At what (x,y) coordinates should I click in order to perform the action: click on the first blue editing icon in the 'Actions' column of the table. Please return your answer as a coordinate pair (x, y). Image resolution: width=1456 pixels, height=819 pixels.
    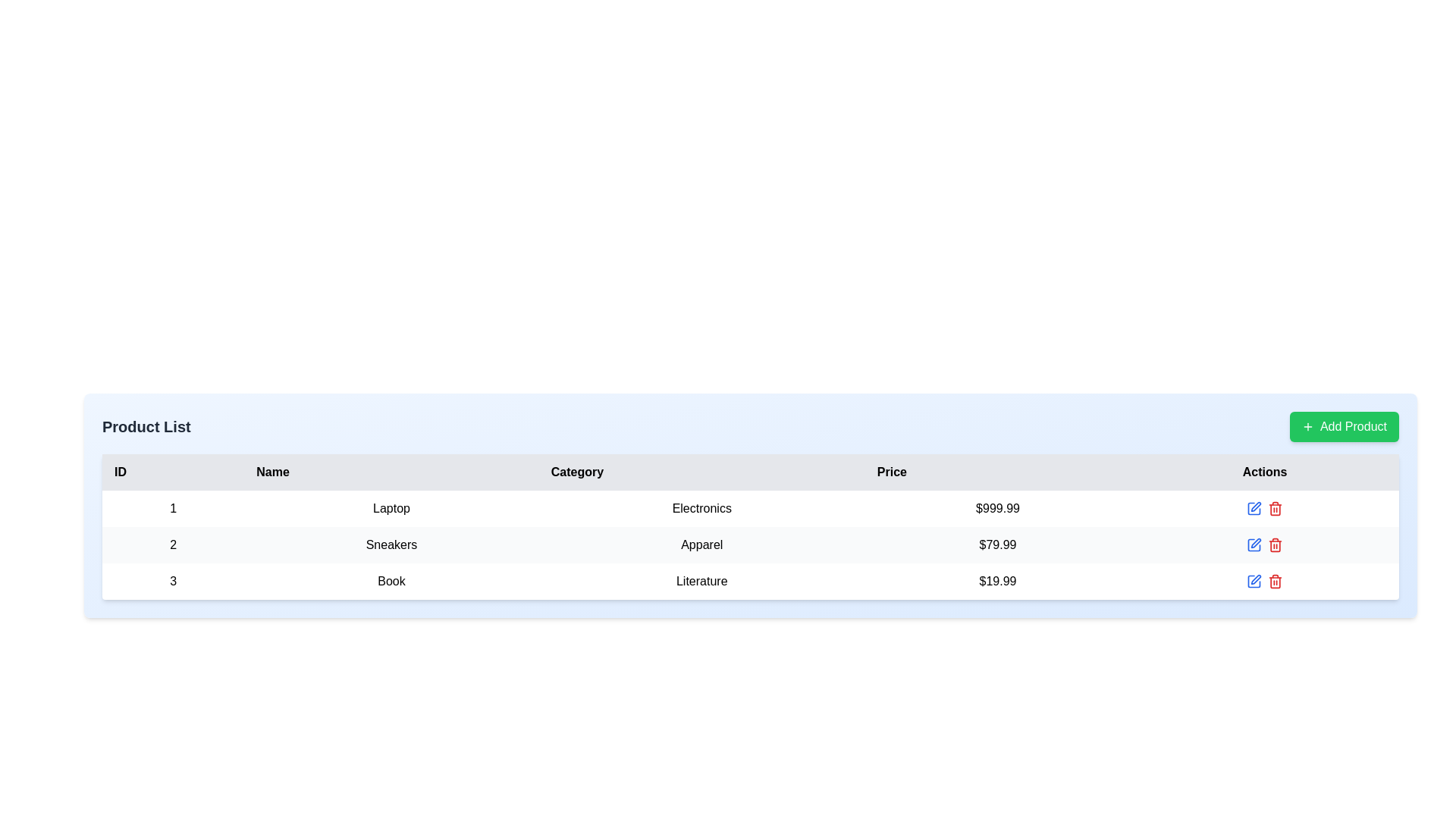
    Looking at the image, I should click on (1254, 509).